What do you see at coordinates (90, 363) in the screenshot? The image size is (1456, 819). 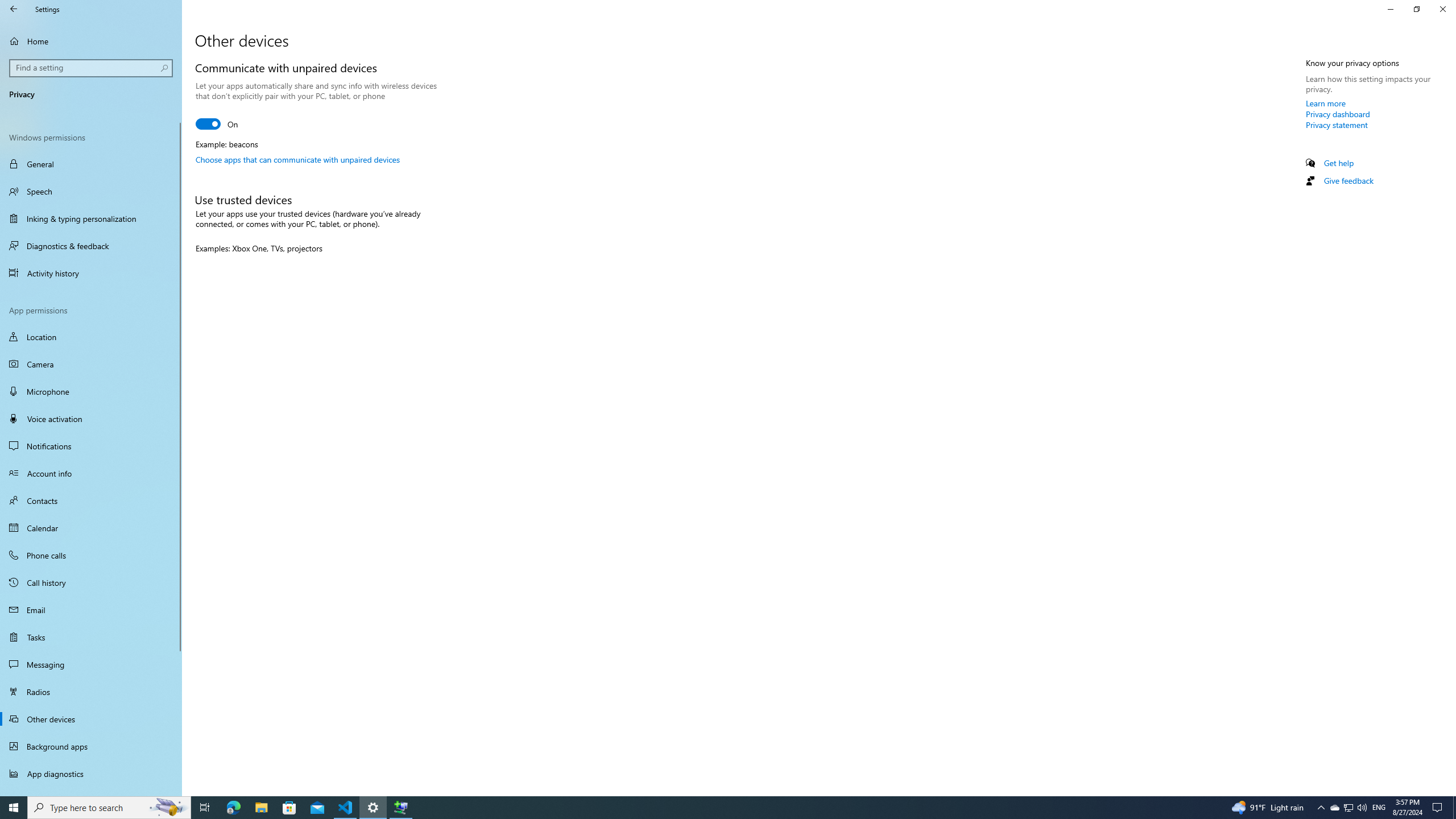 I see `'Camera'` at bounding box center [90, 363].